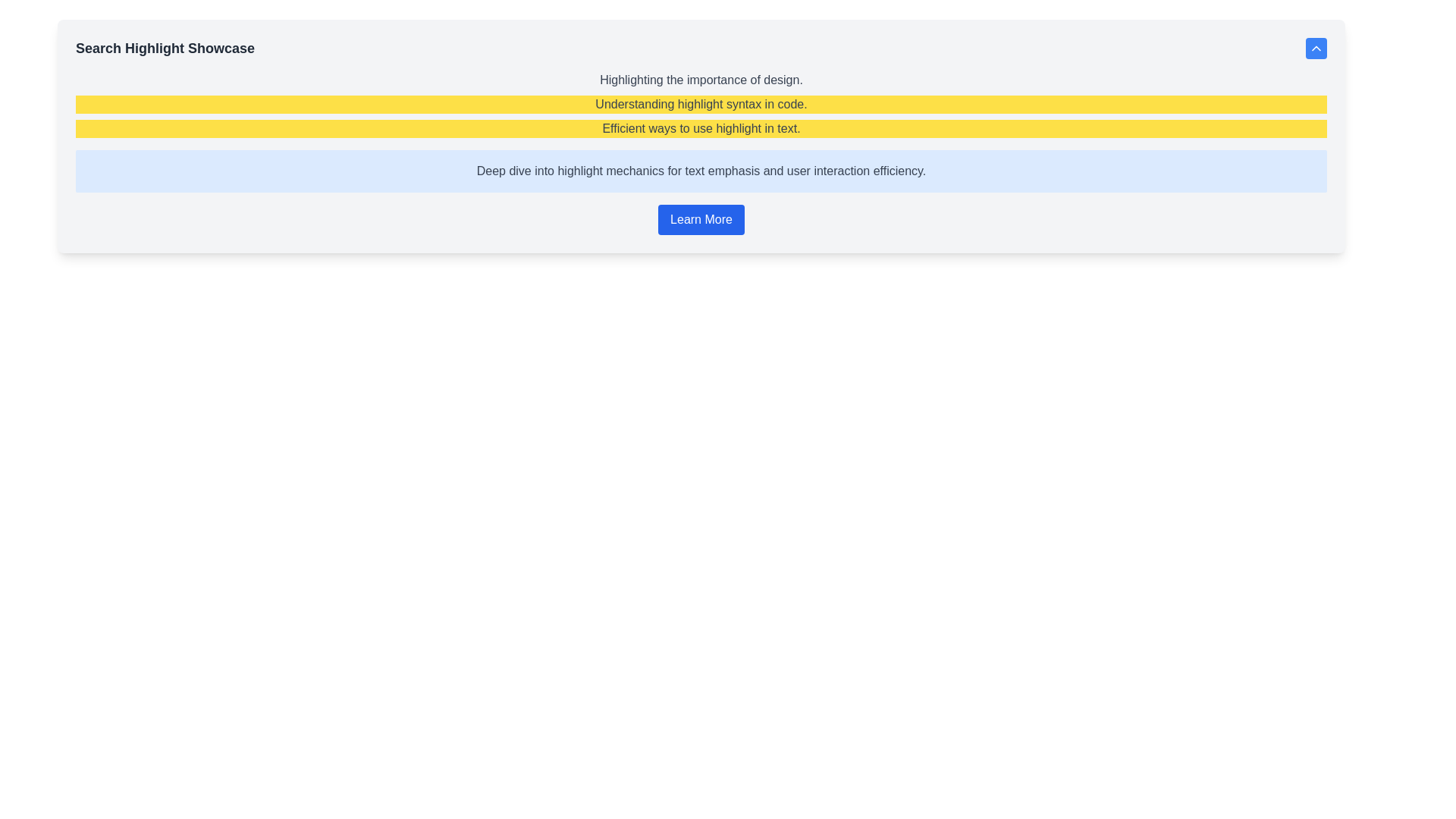 Image resolution: width=1456 pixels, height=819 pixels. Describe the element at coordinates (701, 104) in the screenshot. I see `the highlighted text within the 'Search Highlight Showcase' section, which is the second distinct section below the title` at that location.